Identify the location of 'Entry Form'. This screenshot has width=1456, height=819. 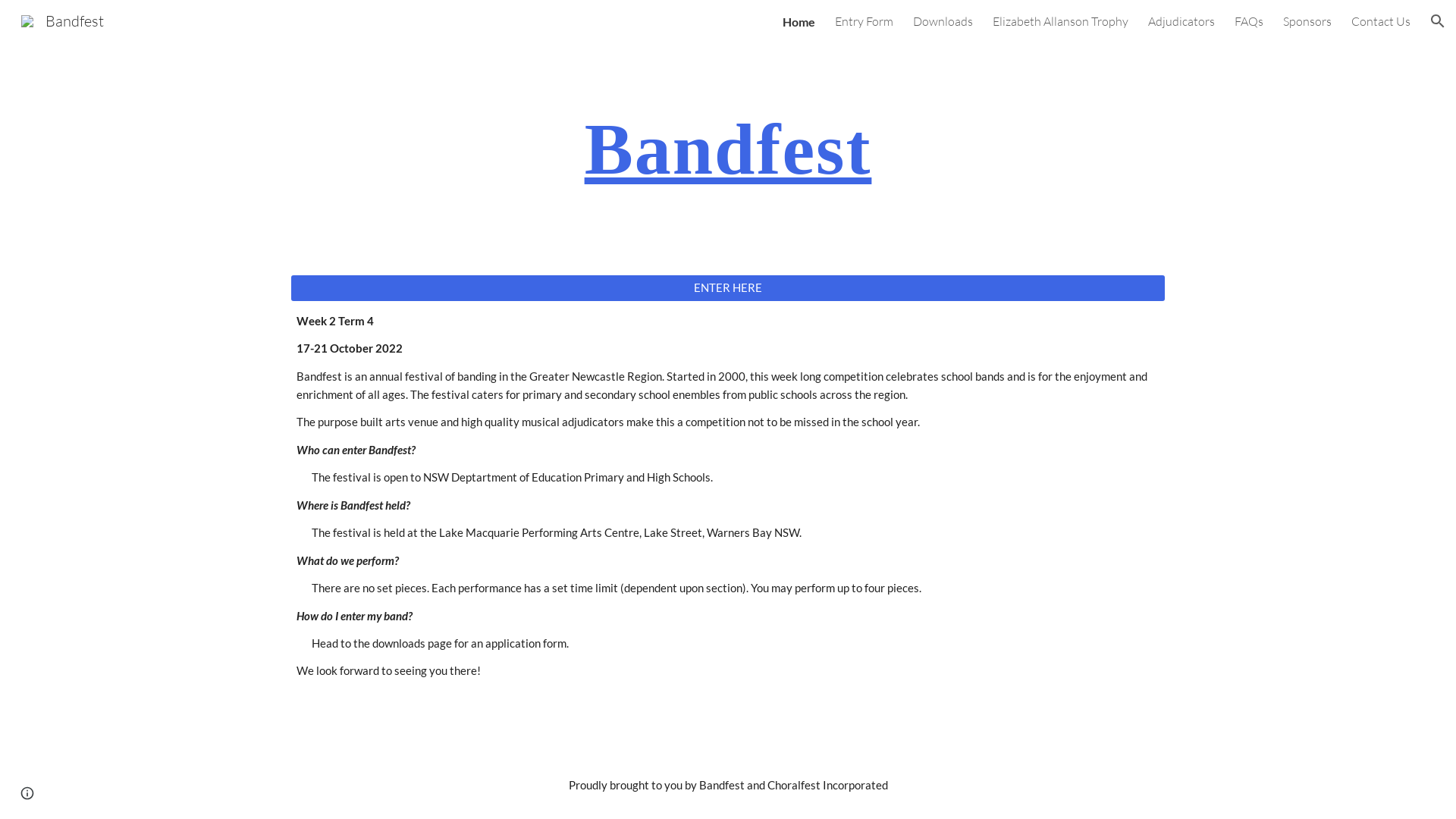
(864, 20).